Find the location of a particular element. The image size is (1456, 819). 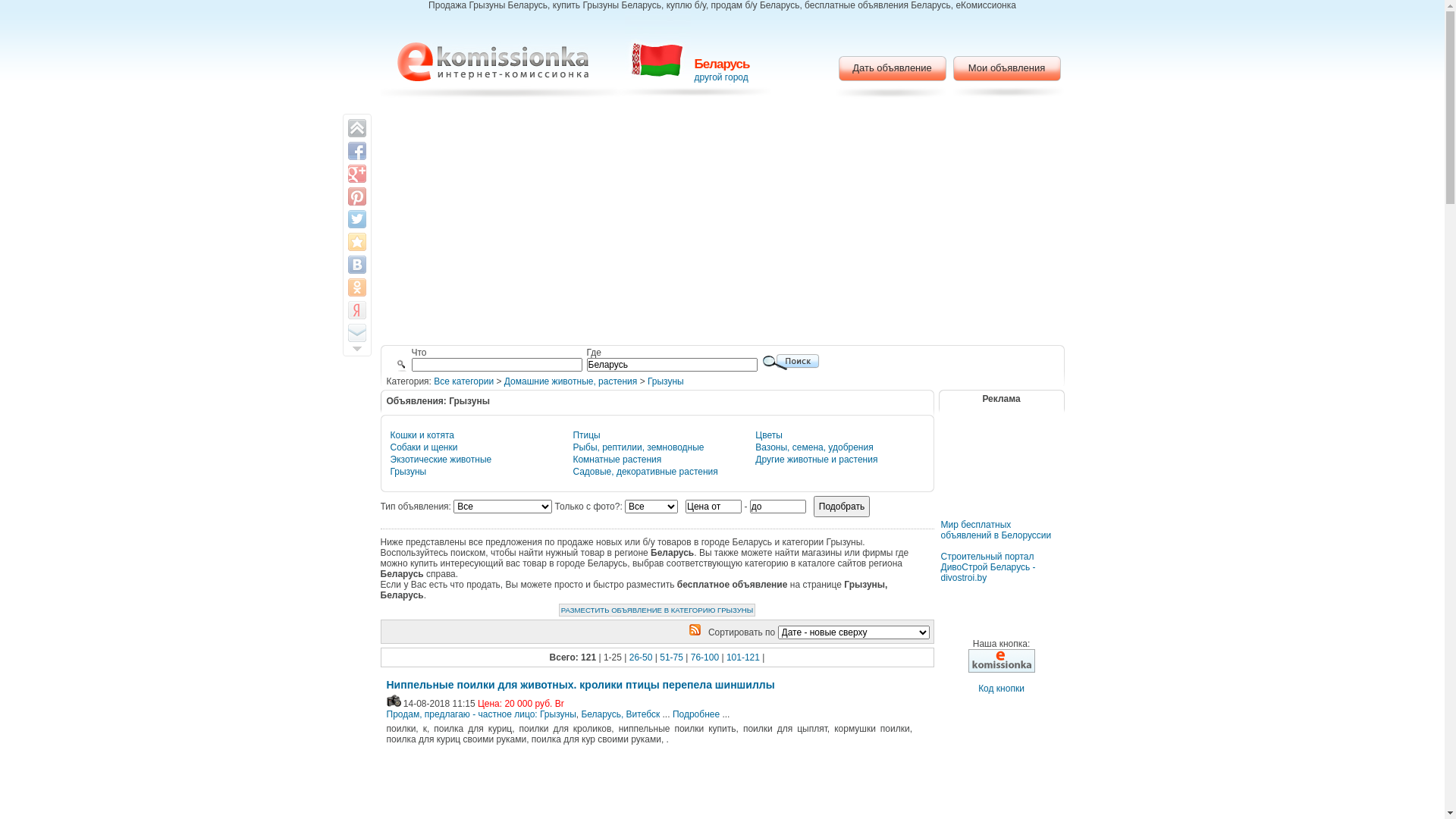

'Share on VK' is located at coordinates (356, 263).